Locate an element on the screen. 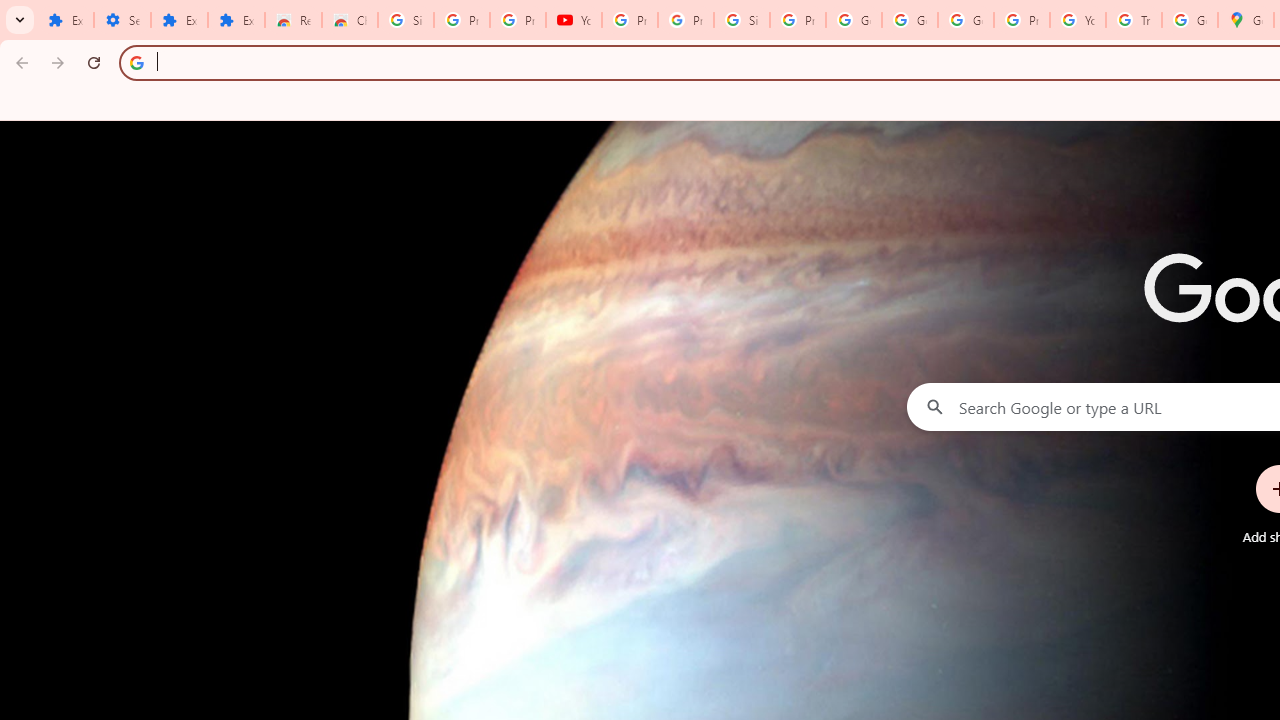 The image size is (1280, 720). 'Reviews: Helix Fruit Jump Arcade Game' is located at coordinates (292, 20).